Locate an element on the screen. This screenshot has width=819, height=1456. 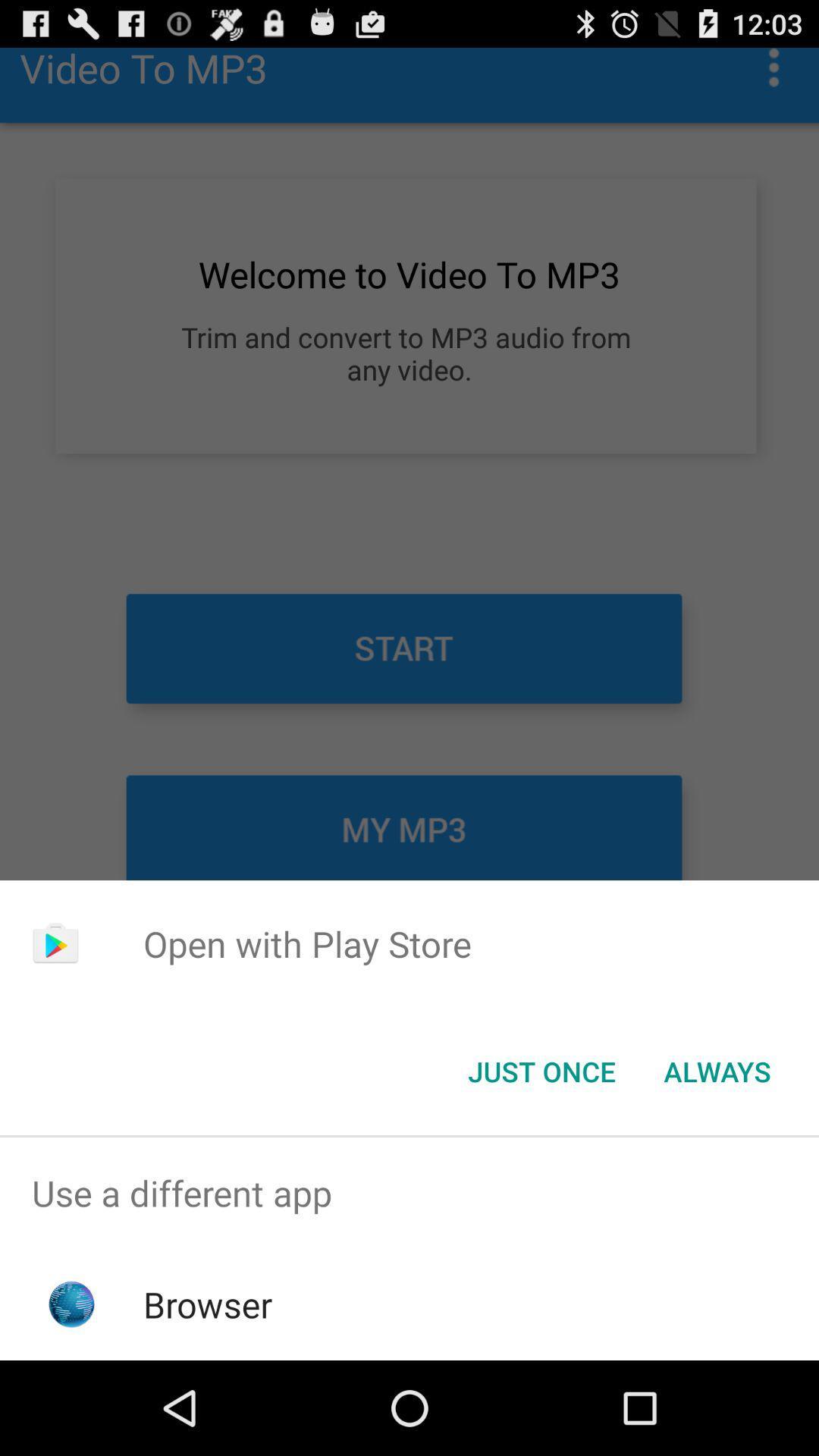
the icon below open with play icon is located at coordinates (717, 1070).